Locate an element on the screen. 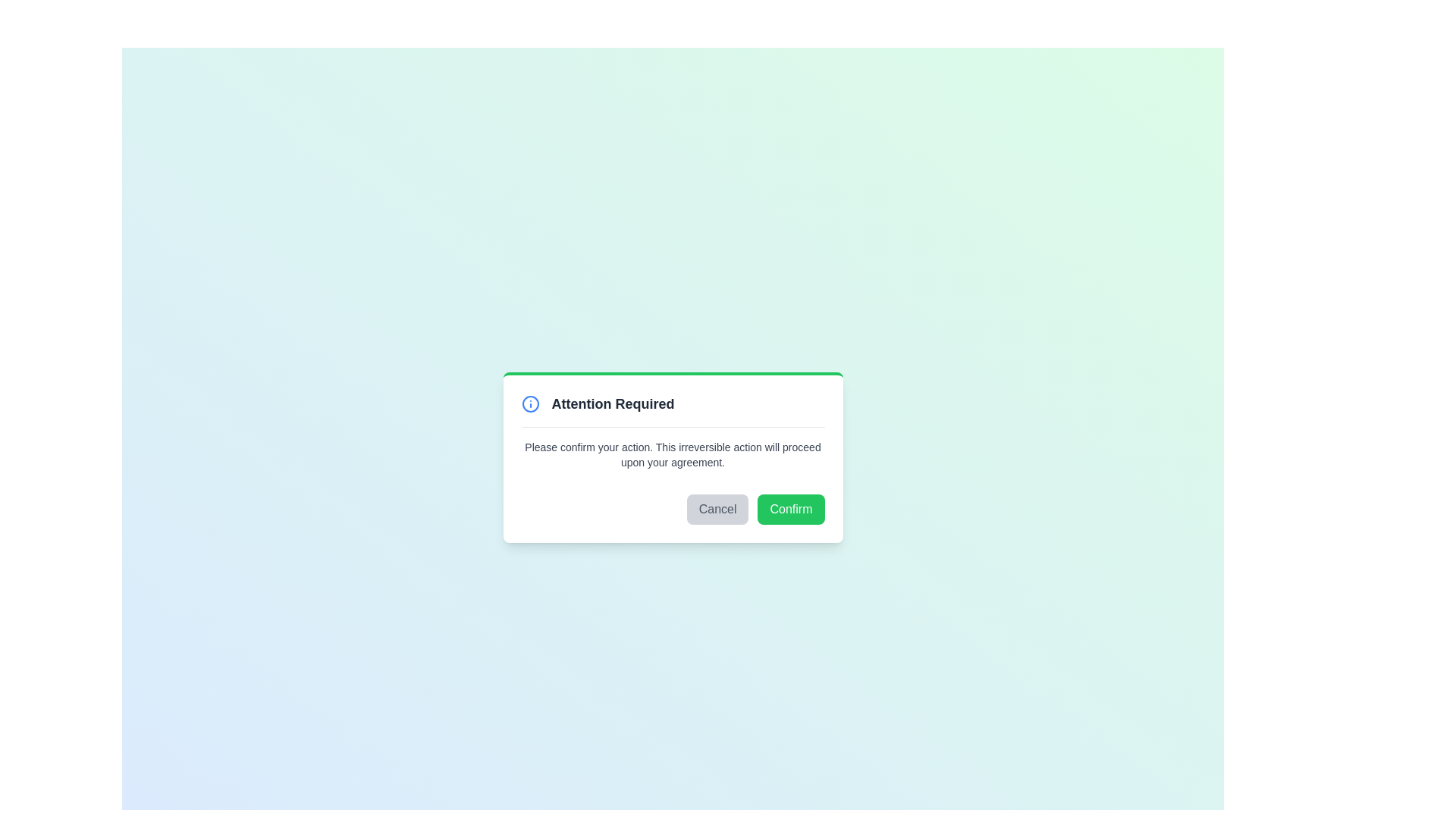 The image size is (1456, 819). the text label that conveys the message 'Please confirm your action. This irreversible action will proceed upon your agreement.' located in the modal dialog box below the heading 'Attention Required' is located at coordinates (672, 453).